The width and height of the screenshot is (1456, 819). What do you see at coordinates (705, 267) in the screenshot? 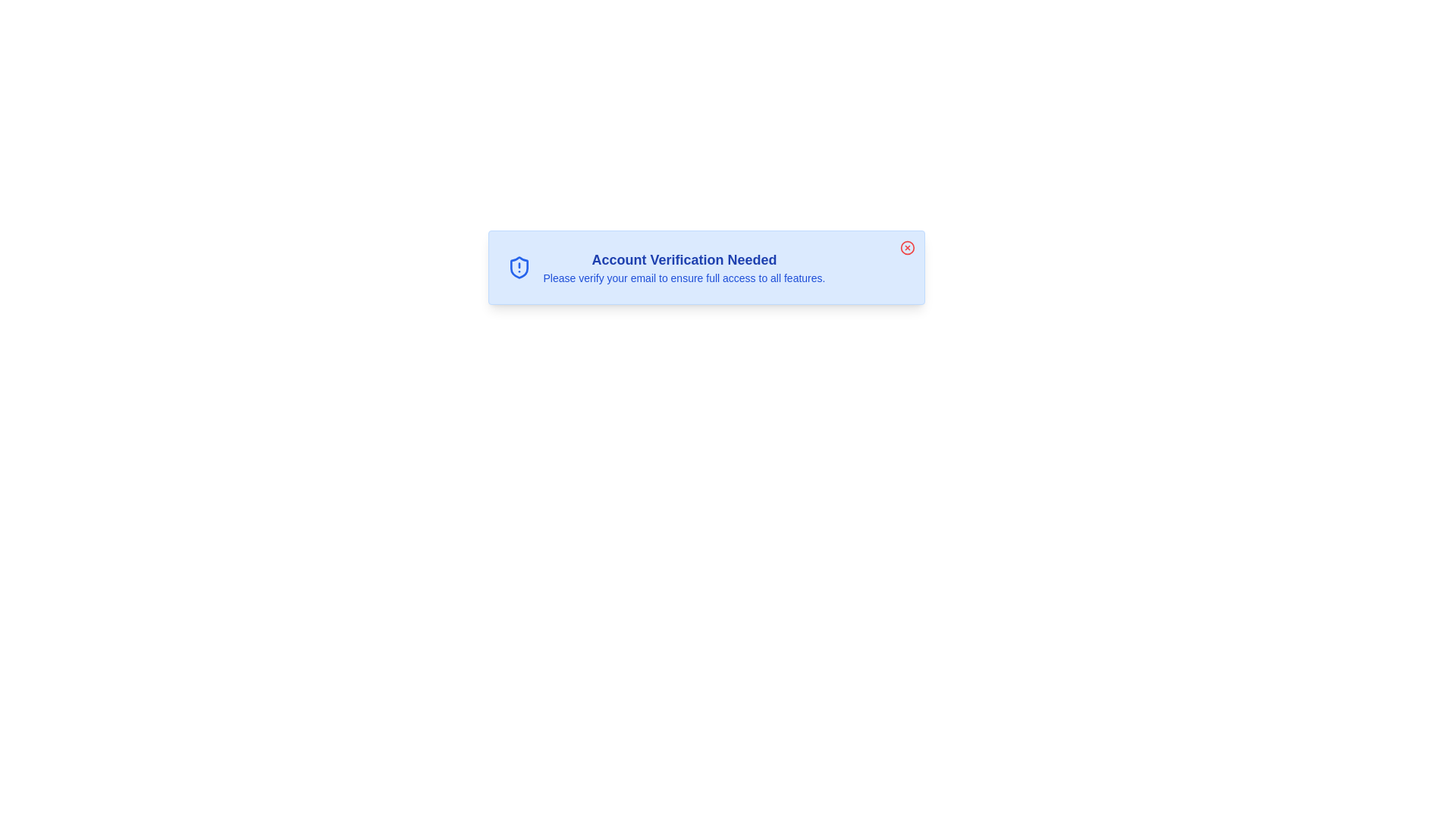
I see `information displayed in the Informational Alert with the title 'Account Verification Needed', which includes a shield icon and a description below the title` at bounding box center [705, 267].